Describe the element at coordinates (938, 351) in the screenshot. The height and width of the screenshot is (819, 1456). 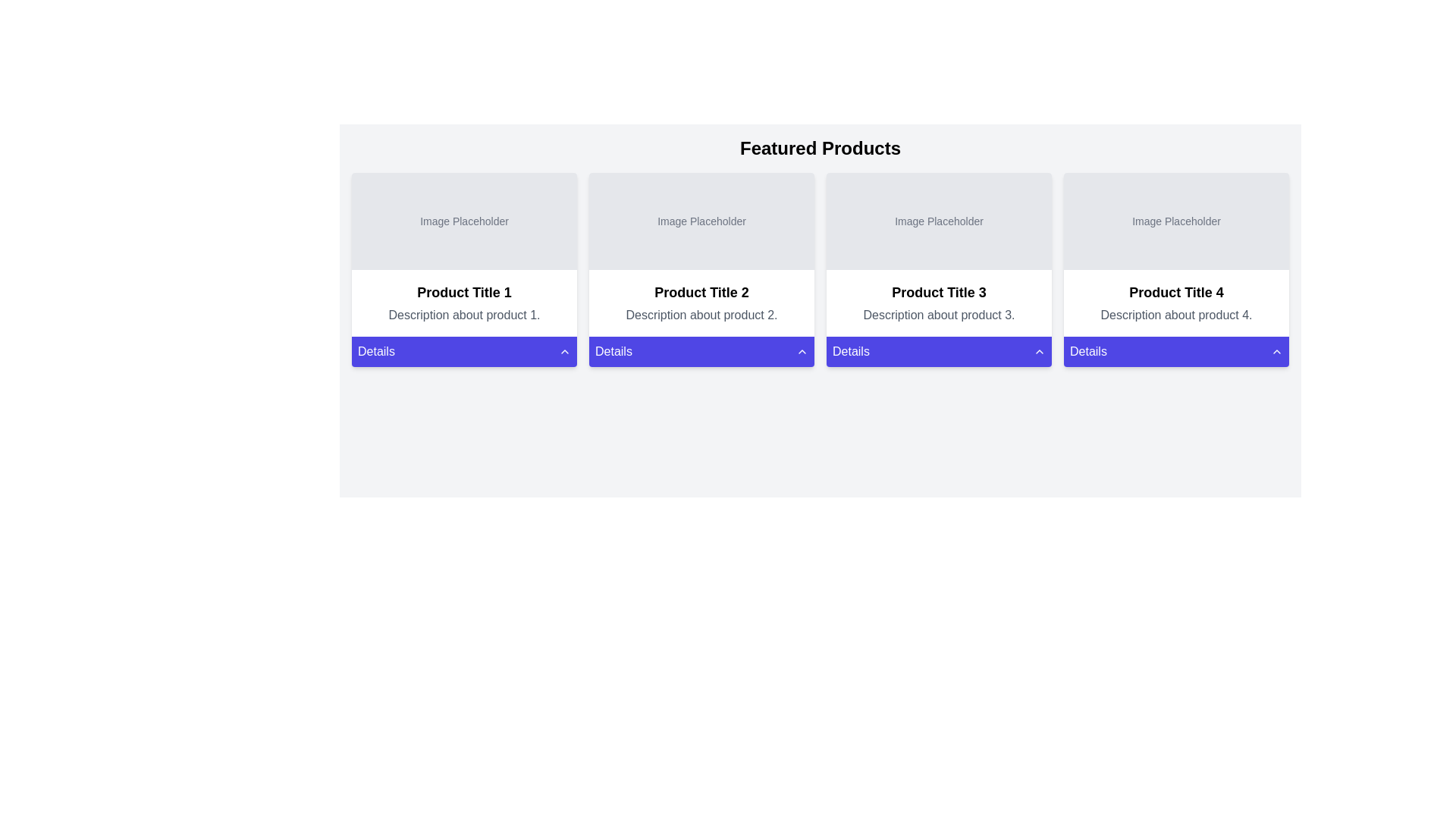
I see `the toggle button located at the bottom of the card for 'Product Title 3' to reveal or hide additional product details` at that location.